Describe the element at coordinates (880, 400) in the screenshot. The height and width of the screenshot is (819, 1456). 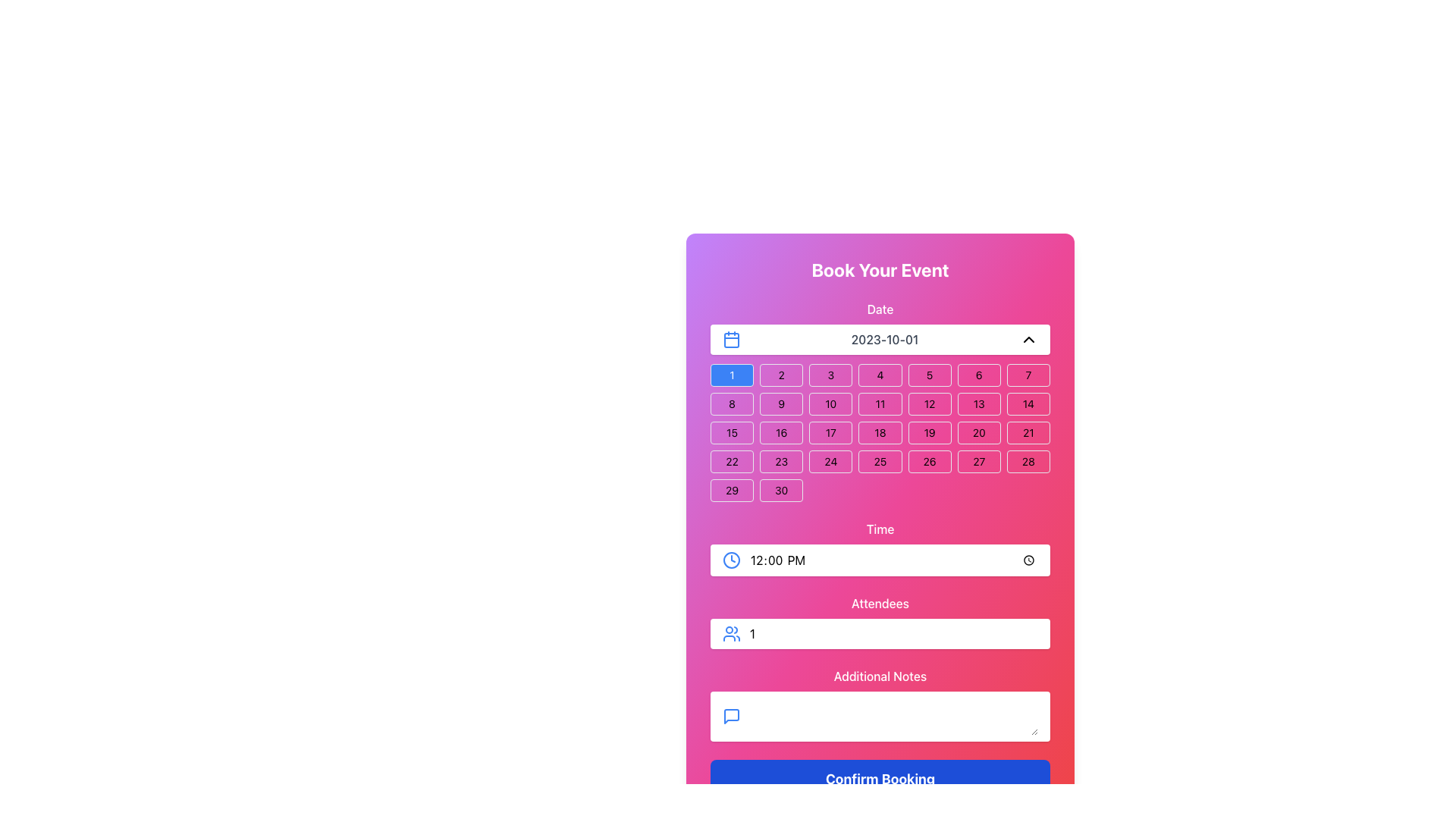
I see `the interactive calendar grid cell that contains the date '11' in the third row` at that location.